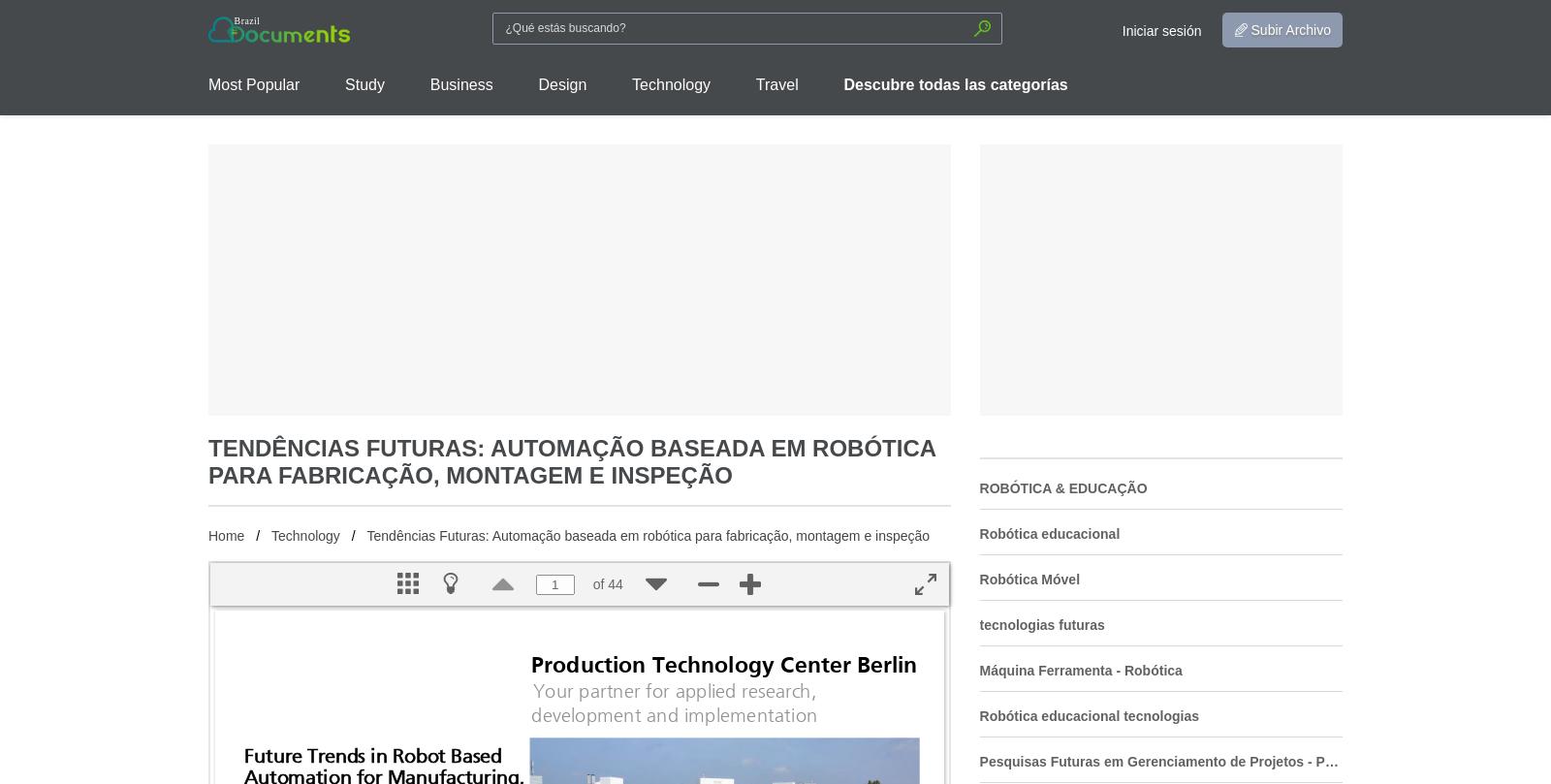  What do you see at coordinates (1029, 580) in the screenshot?
I see `'Robótica Móvel'` at bounding box center [1029, 580].